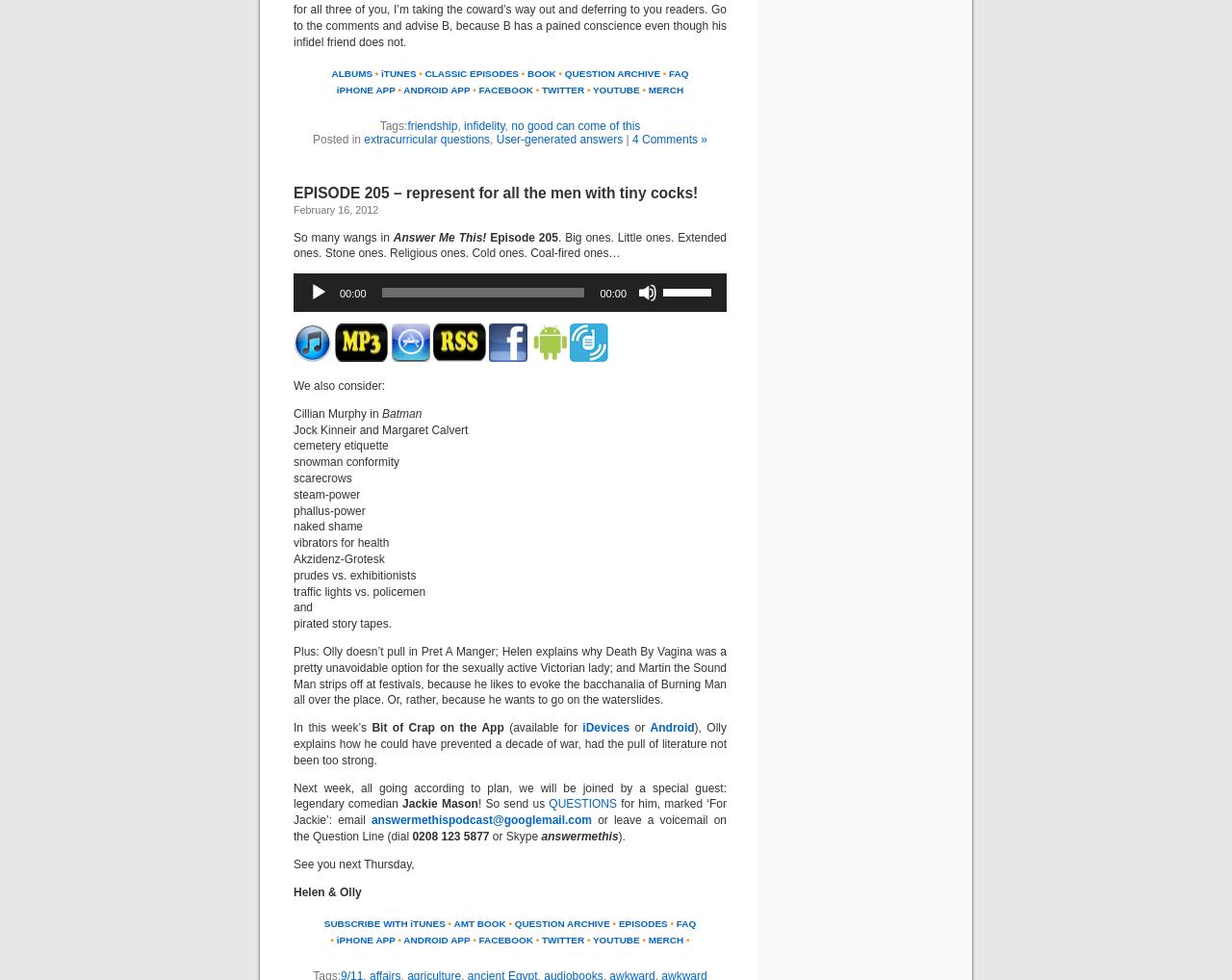  Describe the element at coordinates (471, 73) in the screenshot. I see `'CLASSIC EPISODES'` at that location.